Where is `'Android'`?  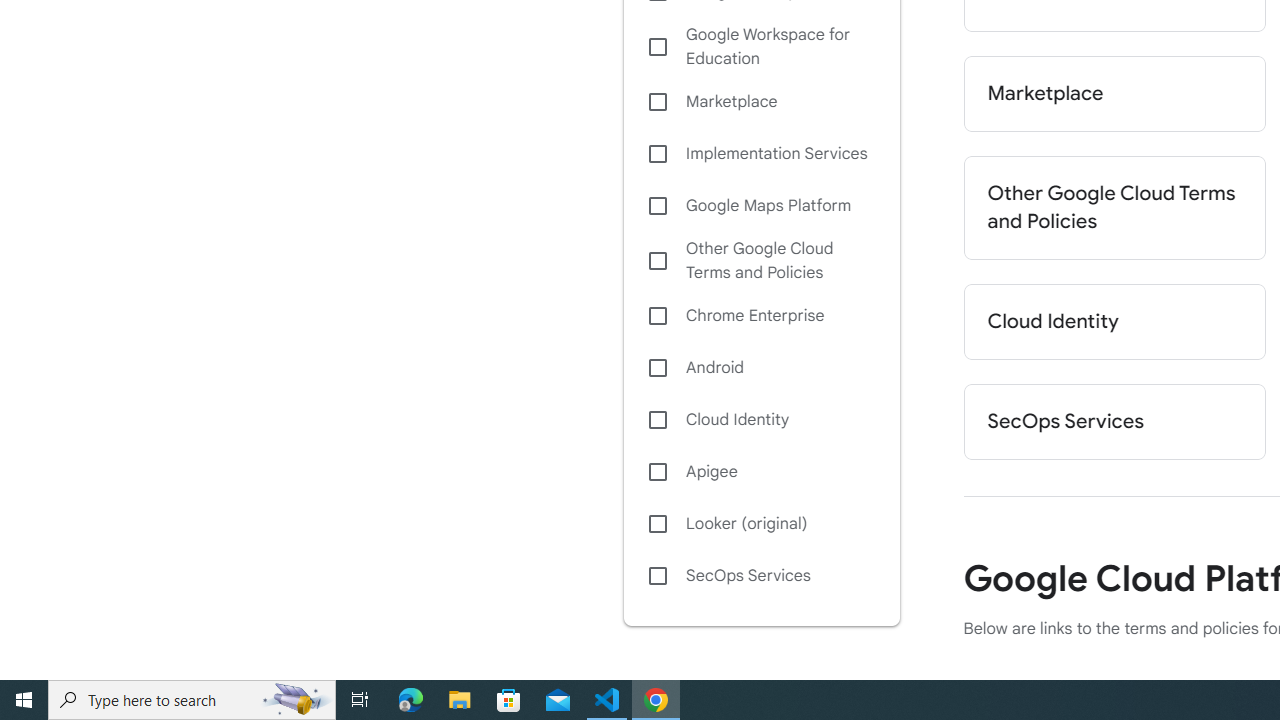
'Android' is located at coordinates (760, 367).